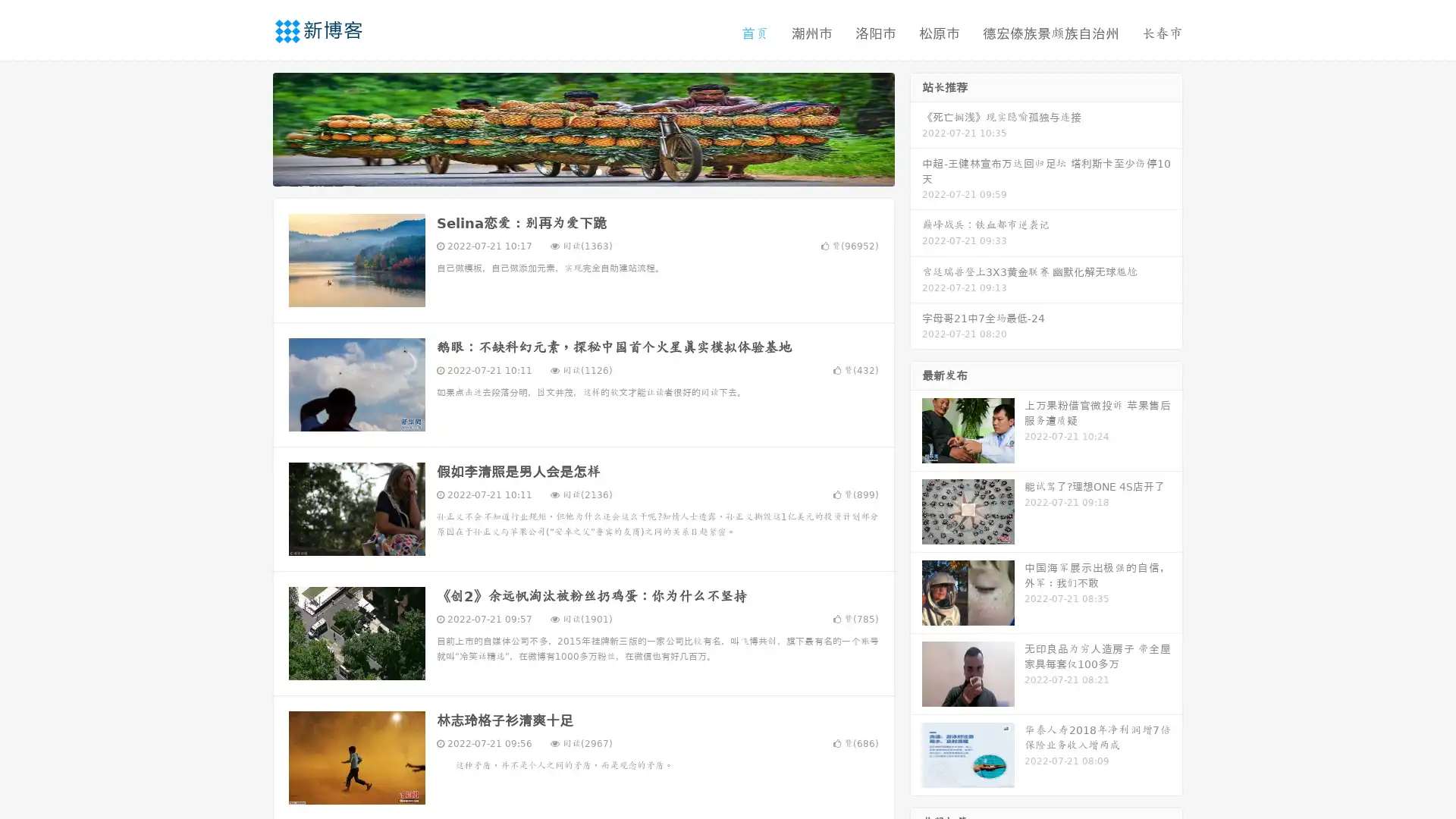  I want to click on Go to slide 2, so click(582, 171).